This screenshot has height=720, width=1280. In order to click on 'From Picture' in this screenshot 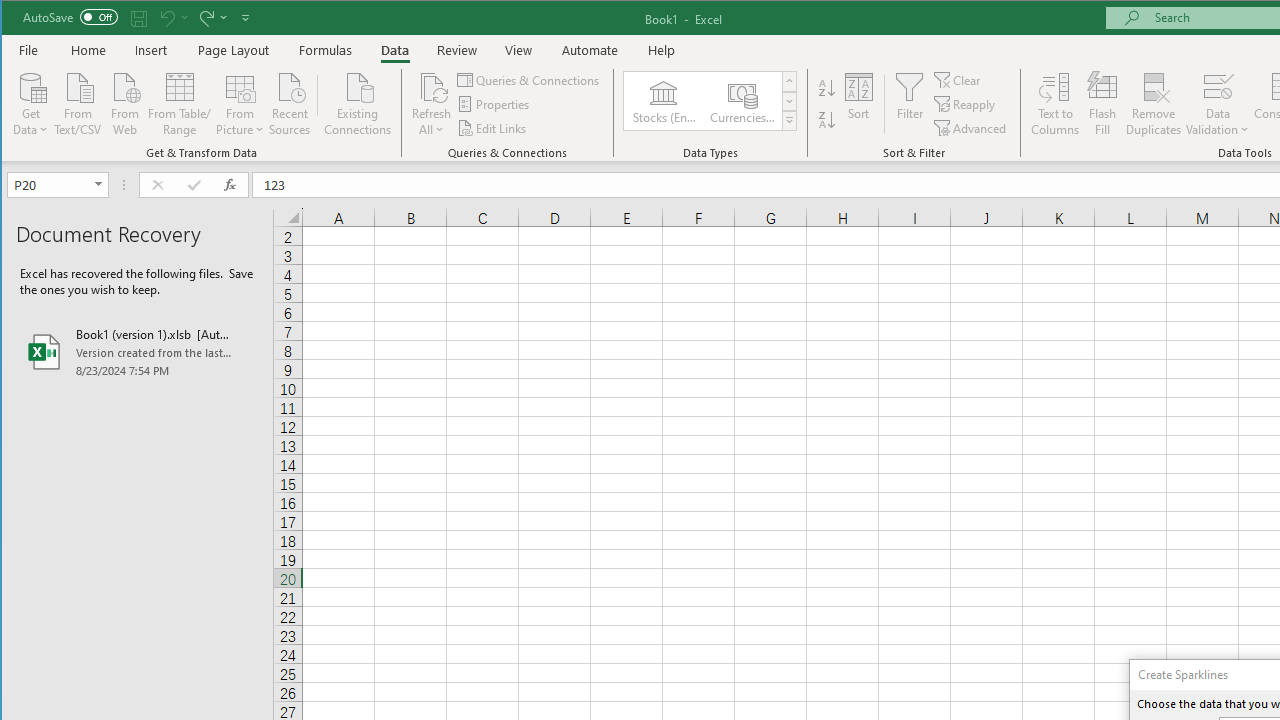, I will do `click(240, 102)`.